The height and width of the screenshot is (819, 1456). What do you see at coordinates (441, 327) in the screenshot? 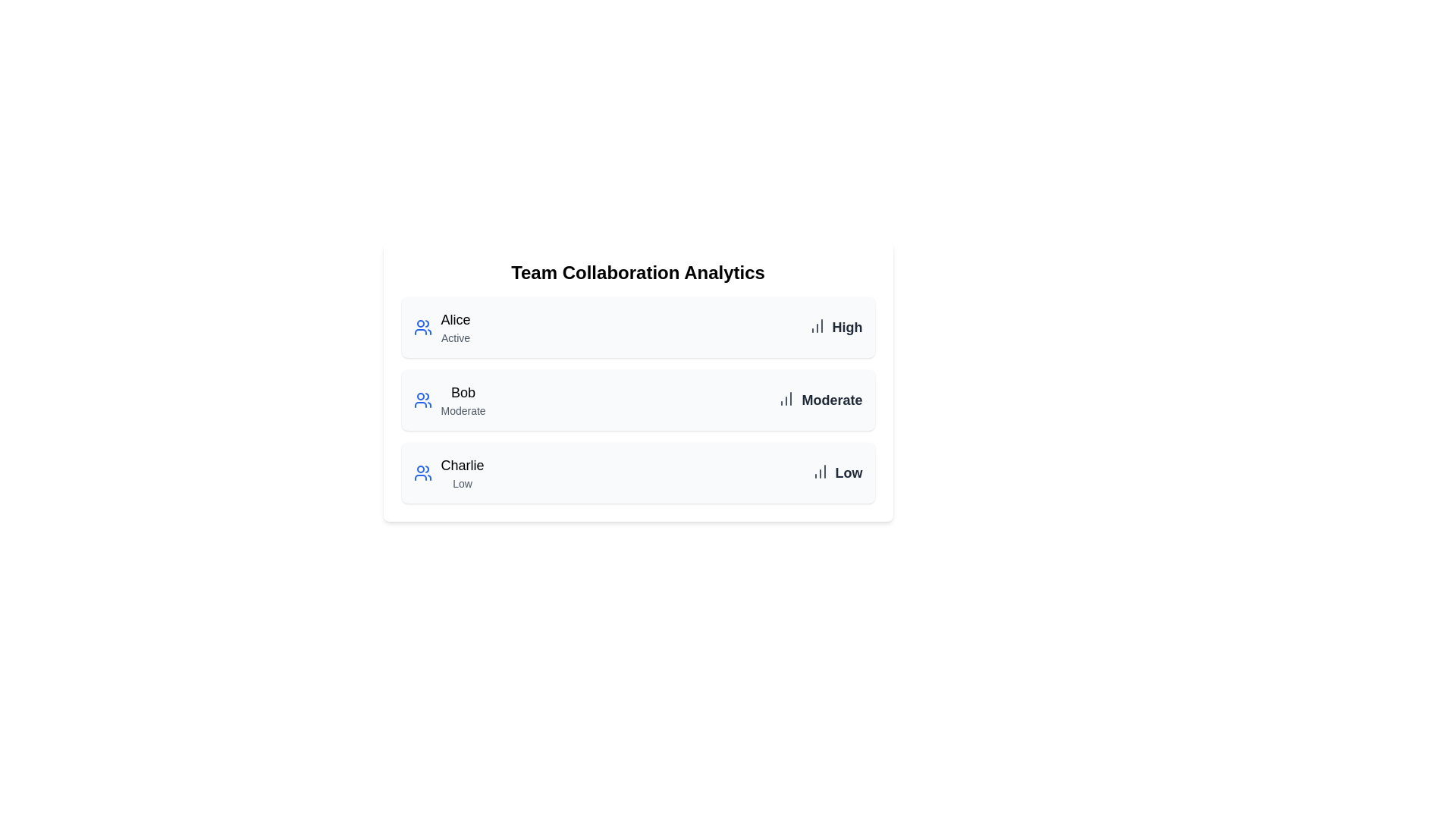
I see `the user item Alice from the list` at bounding box center [441, 327].